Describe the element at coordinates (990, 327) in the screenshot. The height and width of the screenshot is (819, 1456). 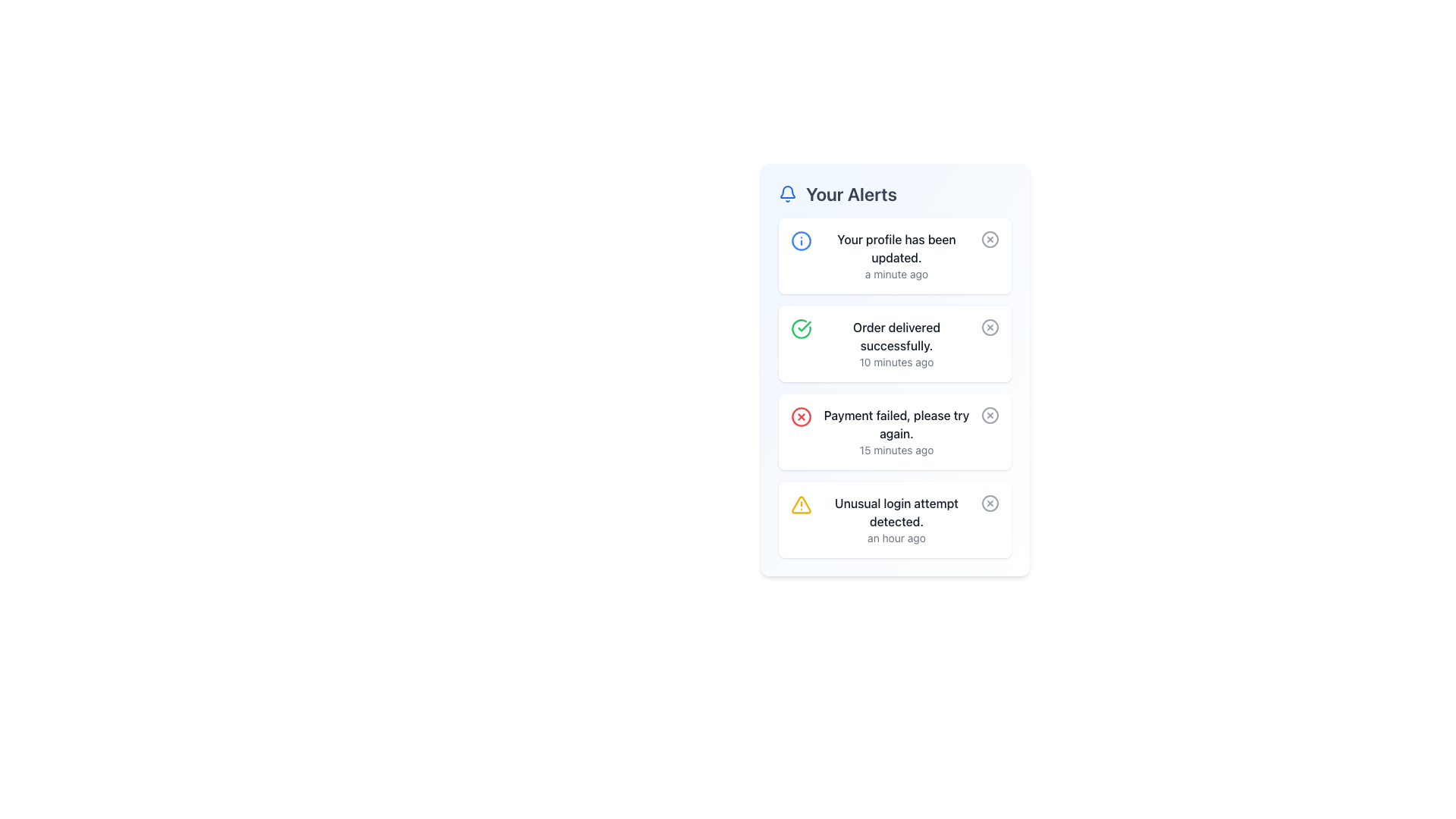
I see `the circle icon button with an 'X' symbol located at the top-right corner of the second notification card titled 'Order delivered successfully' to change its color` at that location.